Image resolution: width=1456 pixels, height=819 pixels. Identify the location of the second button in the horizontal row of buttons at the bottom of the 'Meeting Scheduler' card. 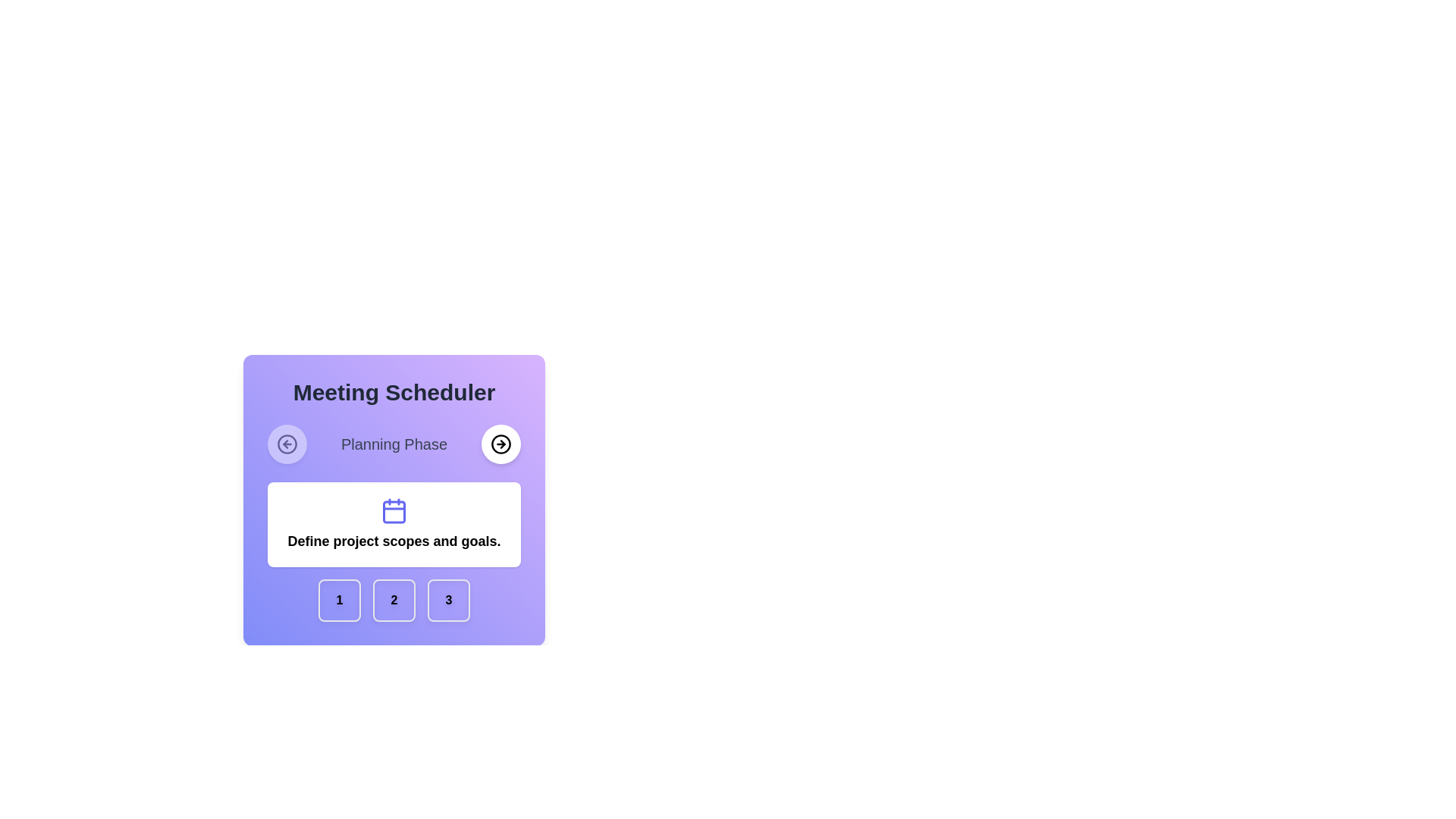
(394, 599).